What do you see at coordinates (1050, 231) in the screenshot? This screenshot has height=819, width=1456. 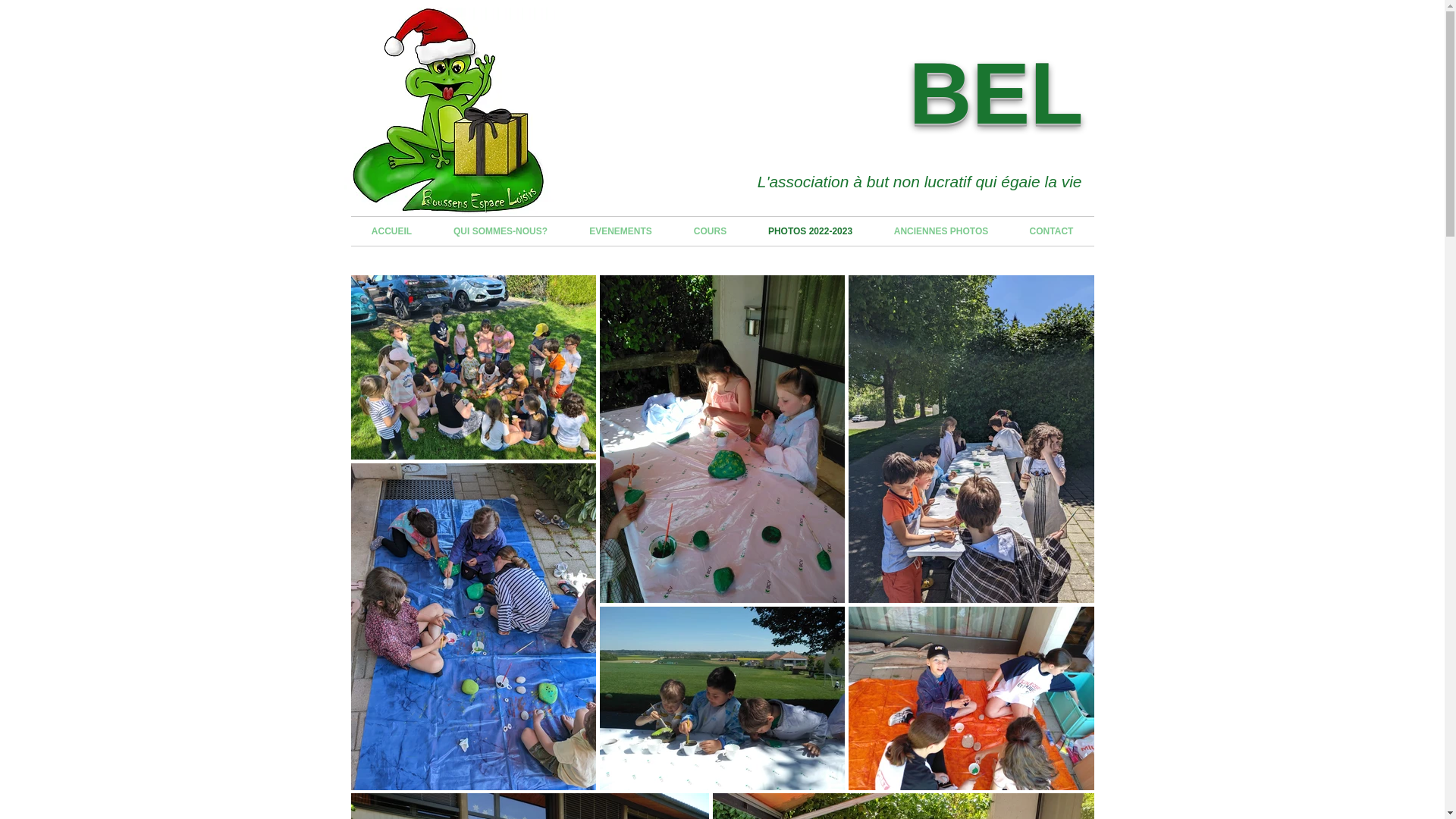 I see `'CONTACT'` at bounding box center [1050, 231].